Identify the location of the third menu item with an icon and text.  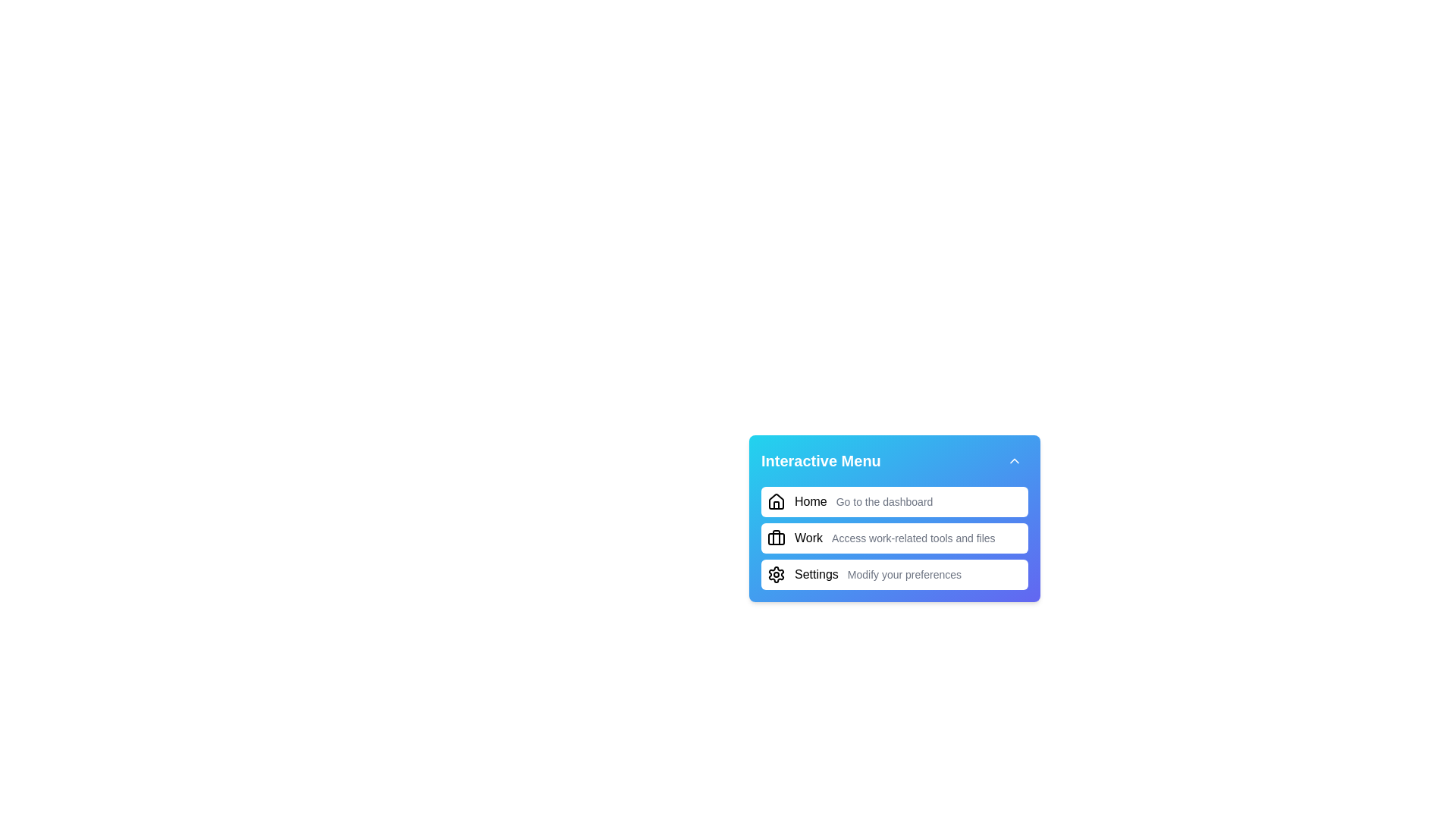
(895, 575).